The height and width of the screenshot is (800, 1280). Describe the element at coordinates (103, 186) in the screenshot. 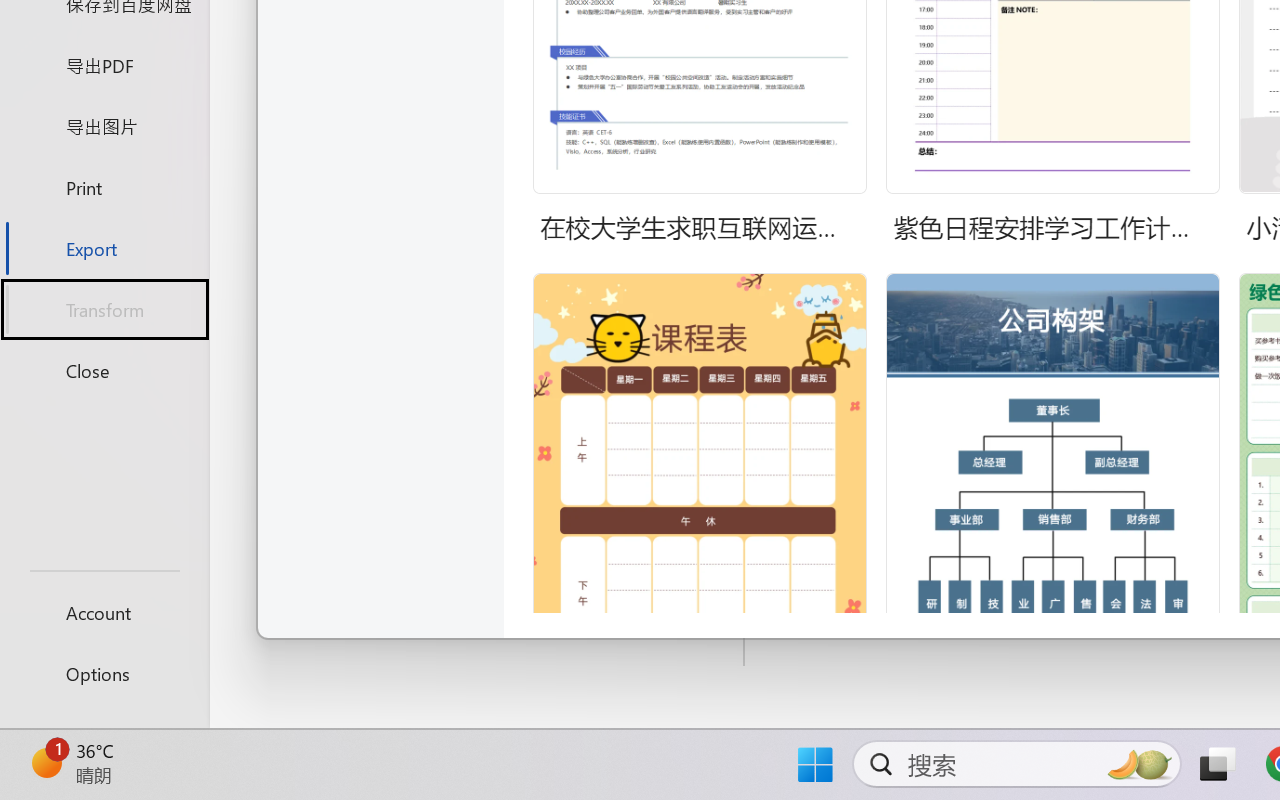

I see `'Print'` at that location.